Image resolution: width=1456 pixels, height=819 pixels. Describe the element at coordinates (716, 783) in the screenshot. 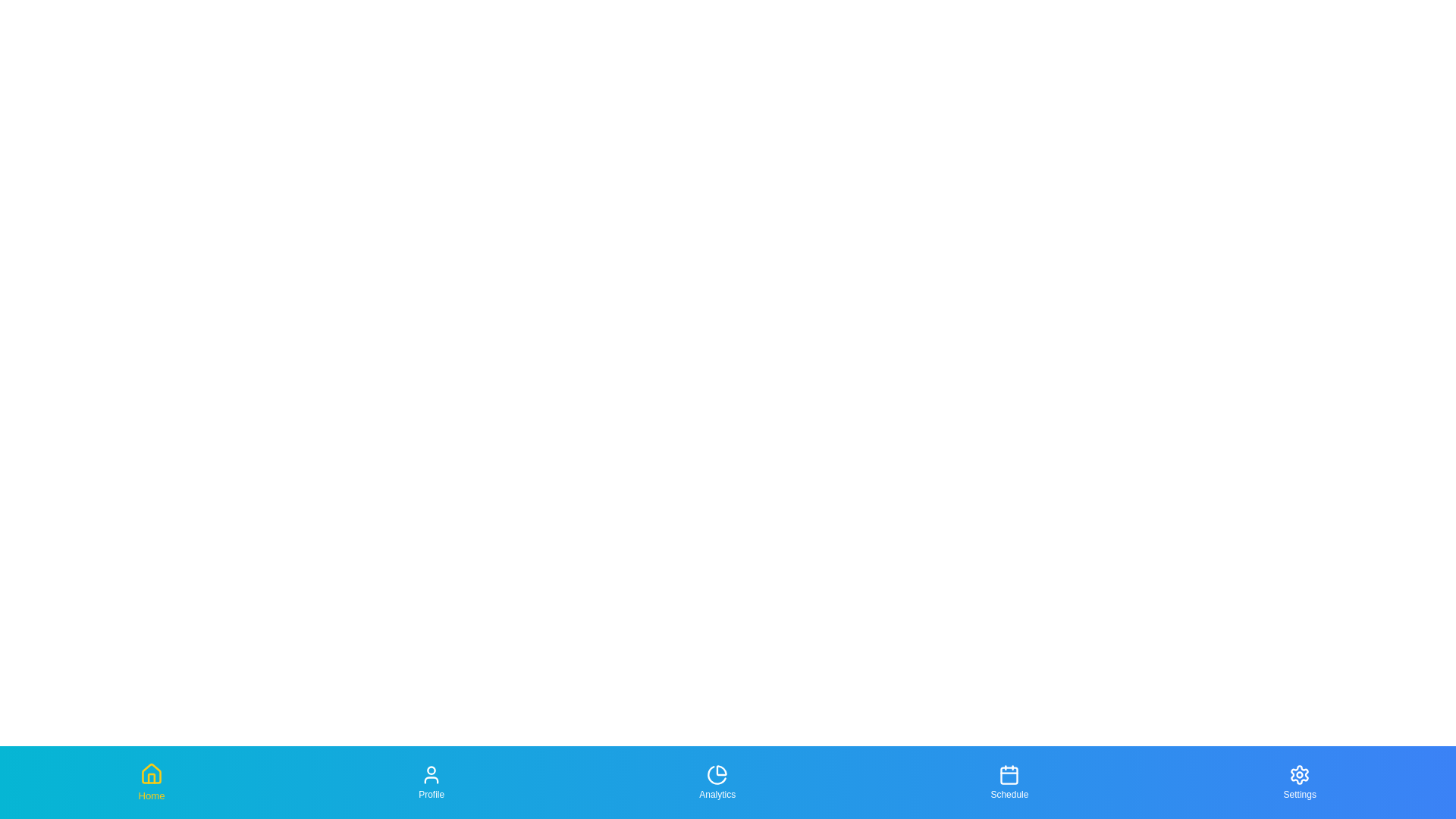

I see `the Analytics tab to highlight it` at that location.